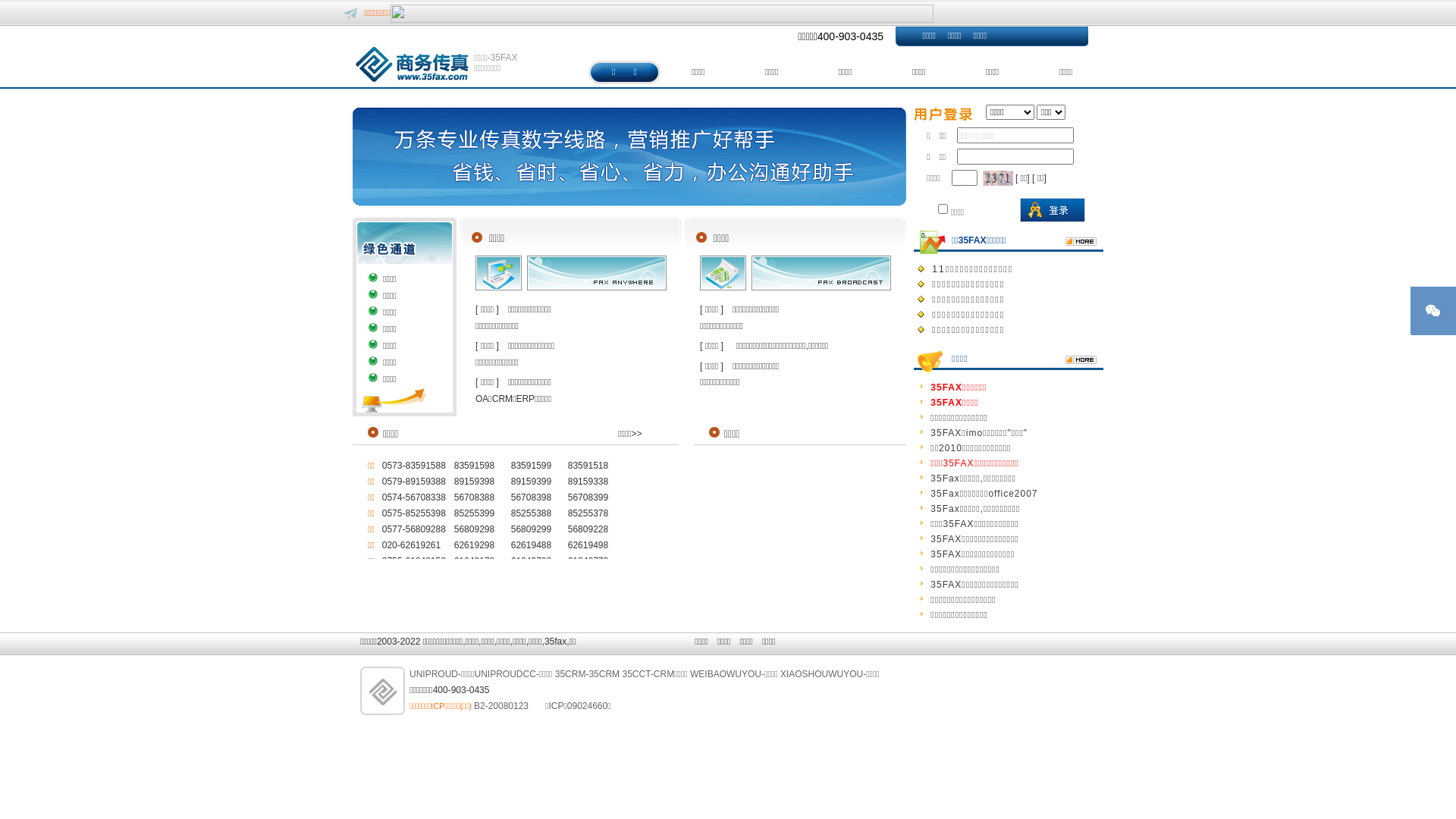 This screenshot has height=819, width=1456. Describe the element at coordinates (501, 705) in the screenshot. I see `'B2-20080123'` at that location.